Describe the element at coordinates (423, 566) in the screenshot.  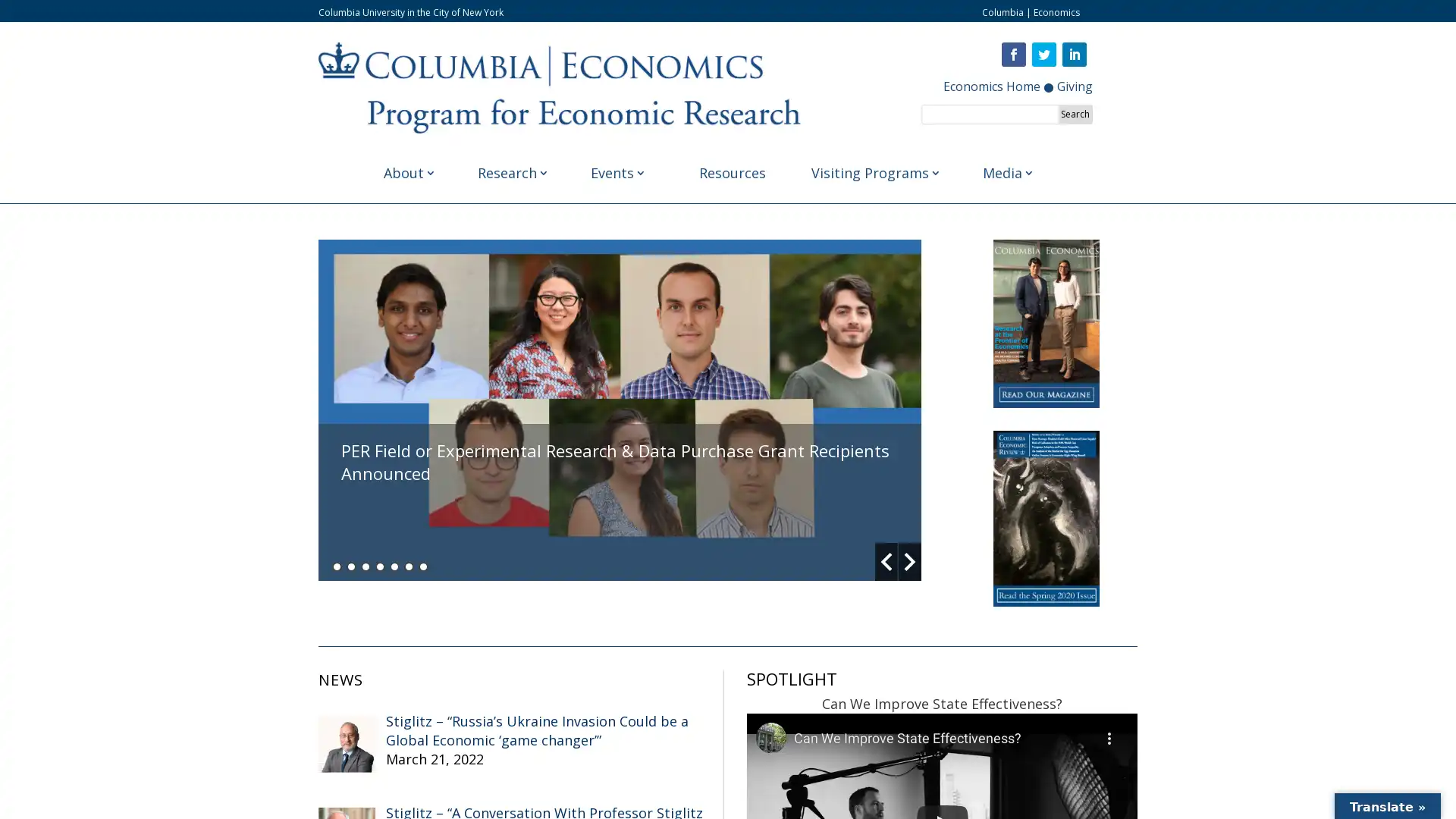
I see `7` at that location.